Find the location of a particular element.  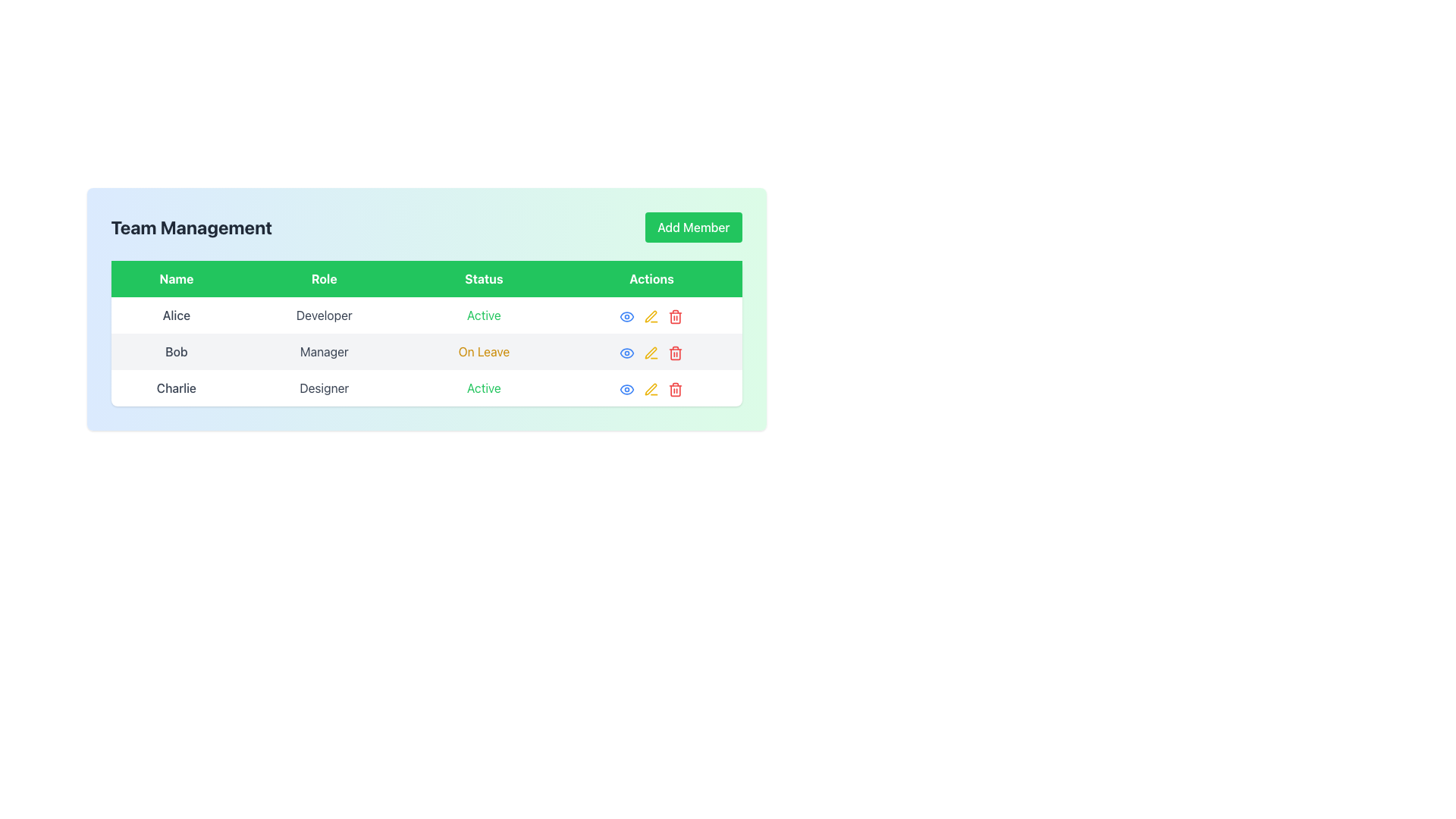

the small yellow pen-shaped icon in the 'Actions' column of the row corresponding to 'Bob' is located at coordinates (651, 353).